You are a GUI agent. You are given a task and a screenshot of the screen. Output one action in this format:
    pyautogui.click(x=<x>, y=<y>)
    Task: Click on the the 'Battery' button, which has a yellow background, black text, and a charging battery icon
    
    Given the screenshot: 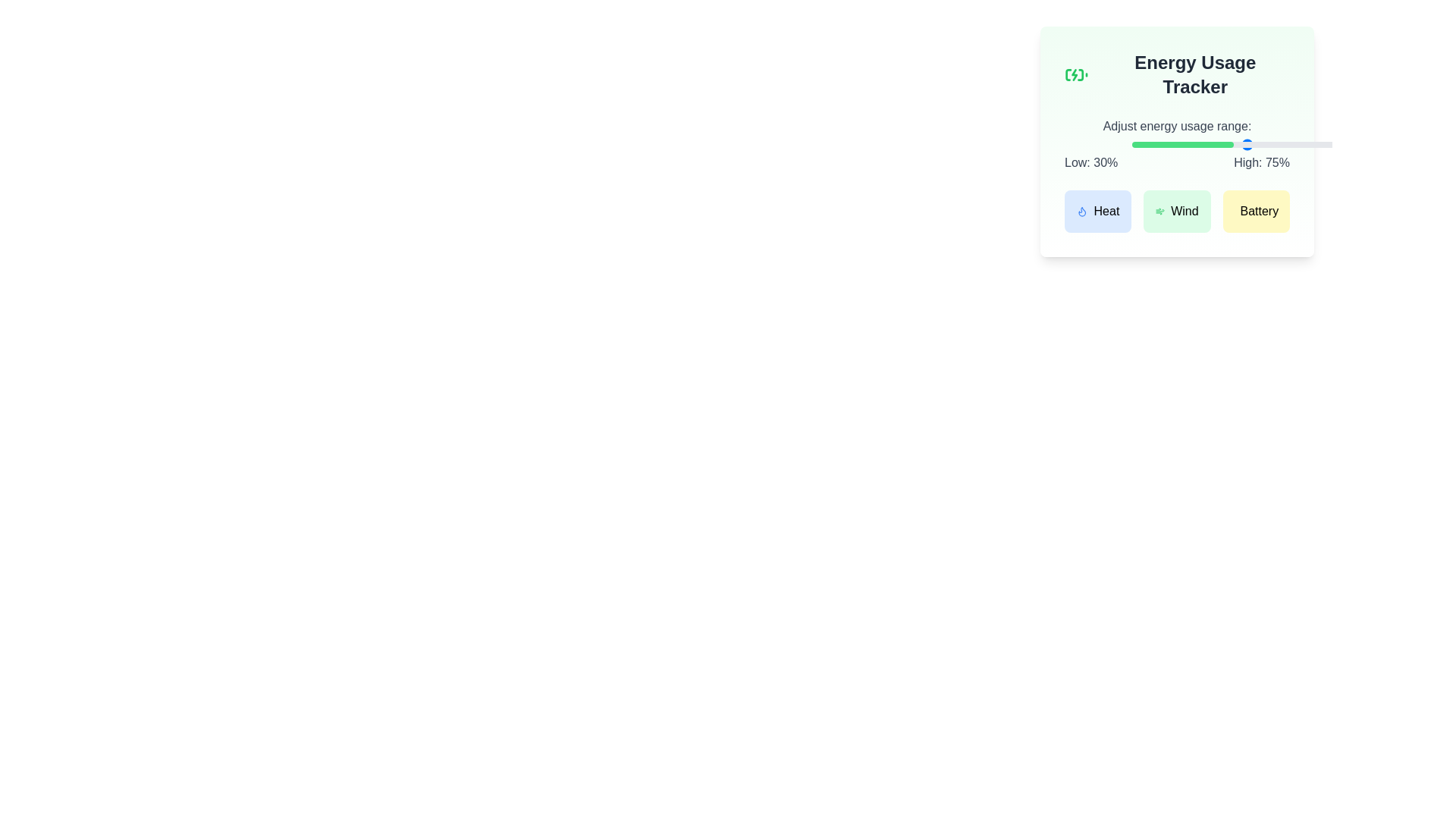 What is the action you would take?
    pyautogui.click(x=1256, y=211)
    